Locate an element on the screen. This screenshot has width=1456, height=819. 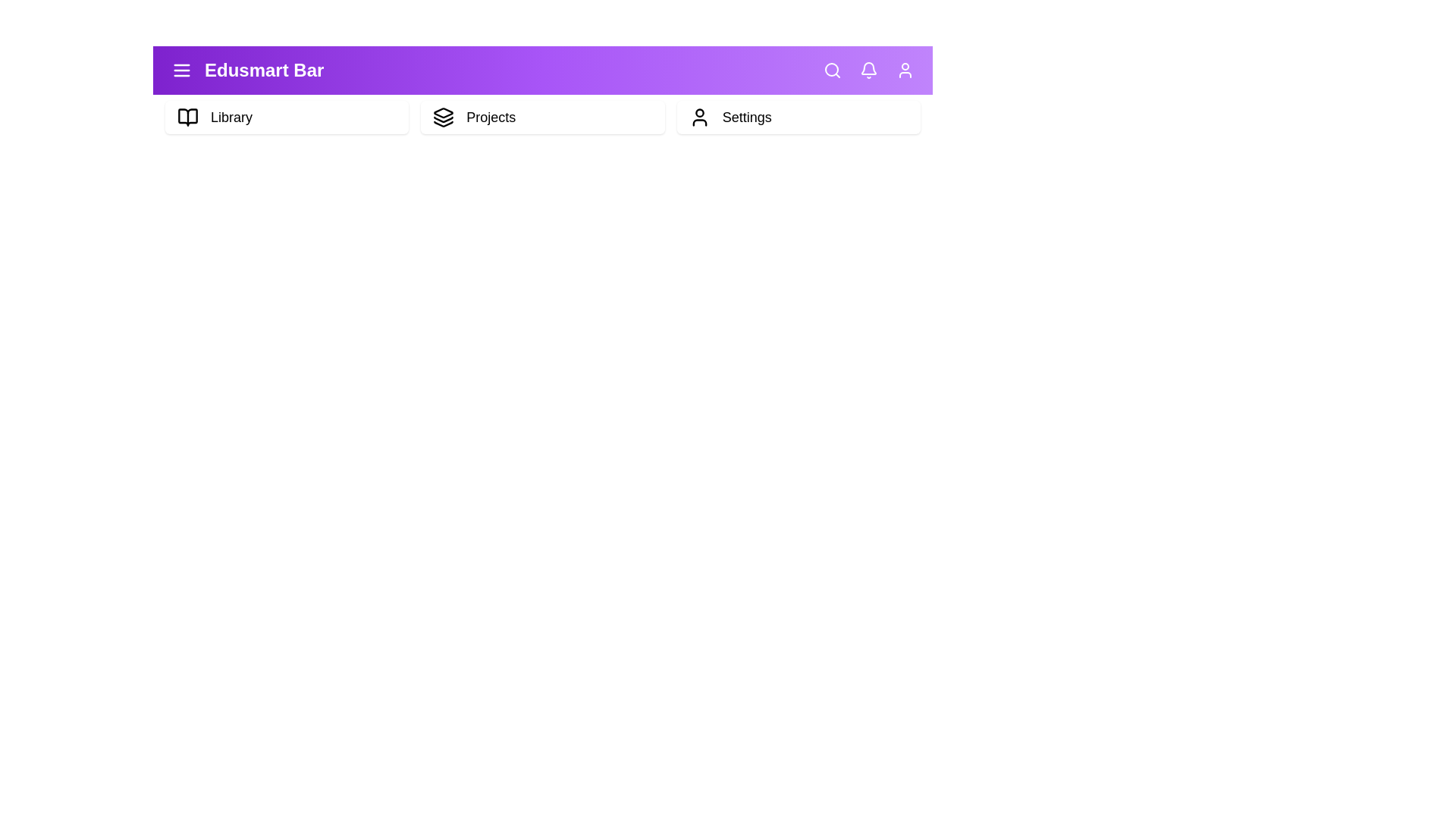
the 'Projects' button in the menu is located at coordinates (542, 116).